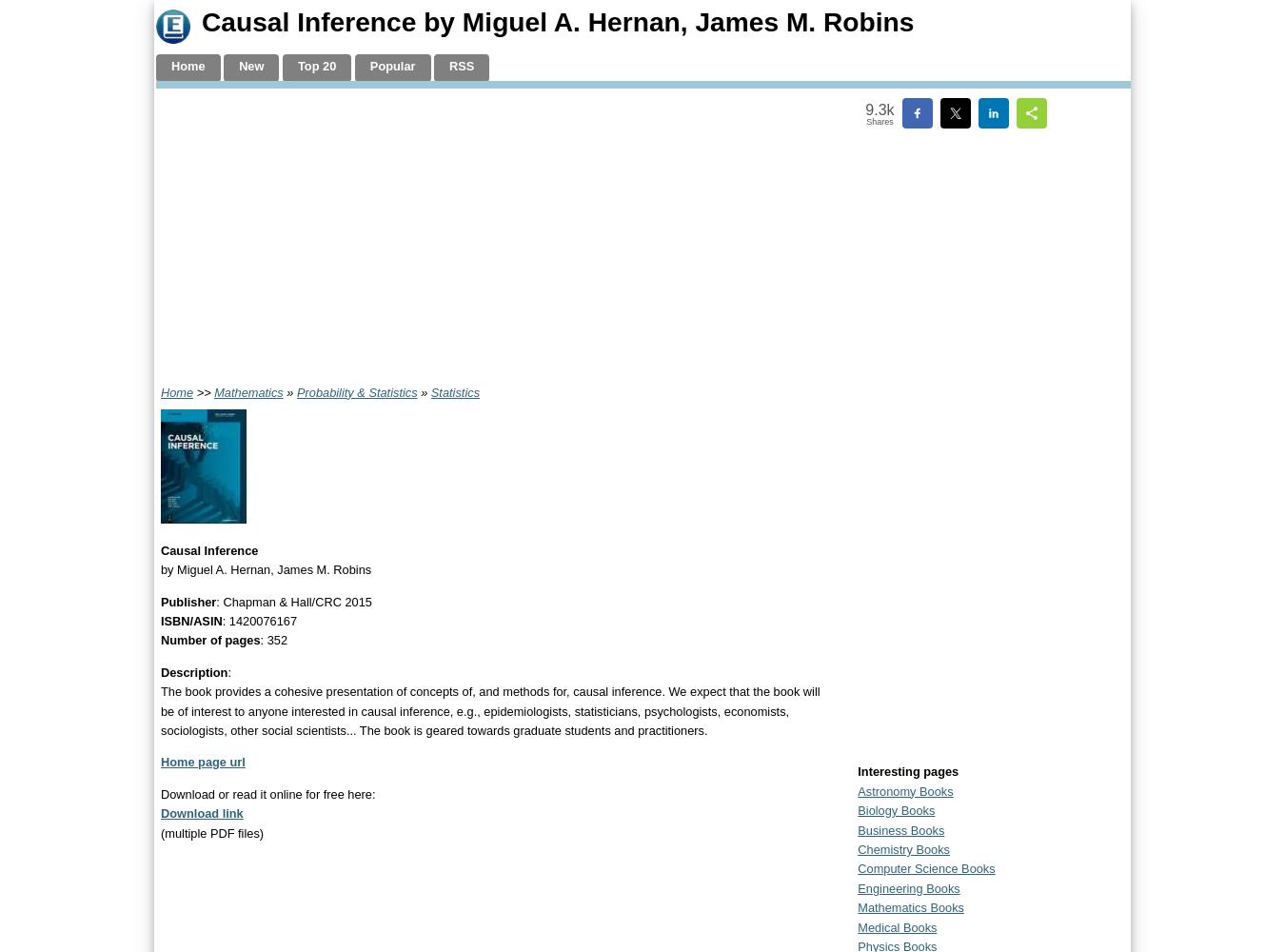  Describe the element at coordinates (857, 887) in the screenshot. I see `'Engineering Books'` at that location.